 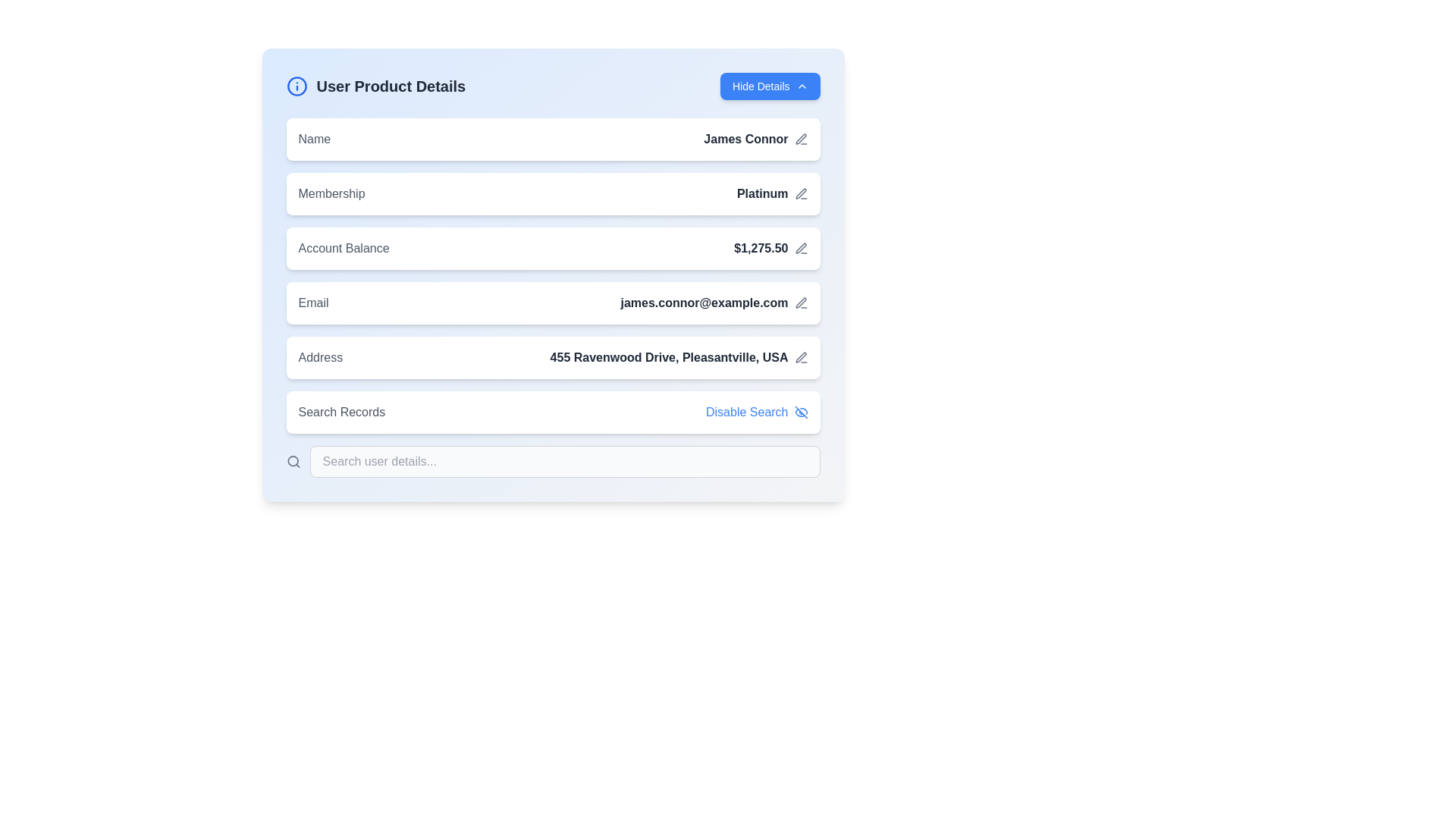 I want to click on the icon button located to the right of the 'Platinum' label in the 'Membership' row to initiate editing the membership level, so click(x=800, y=193).